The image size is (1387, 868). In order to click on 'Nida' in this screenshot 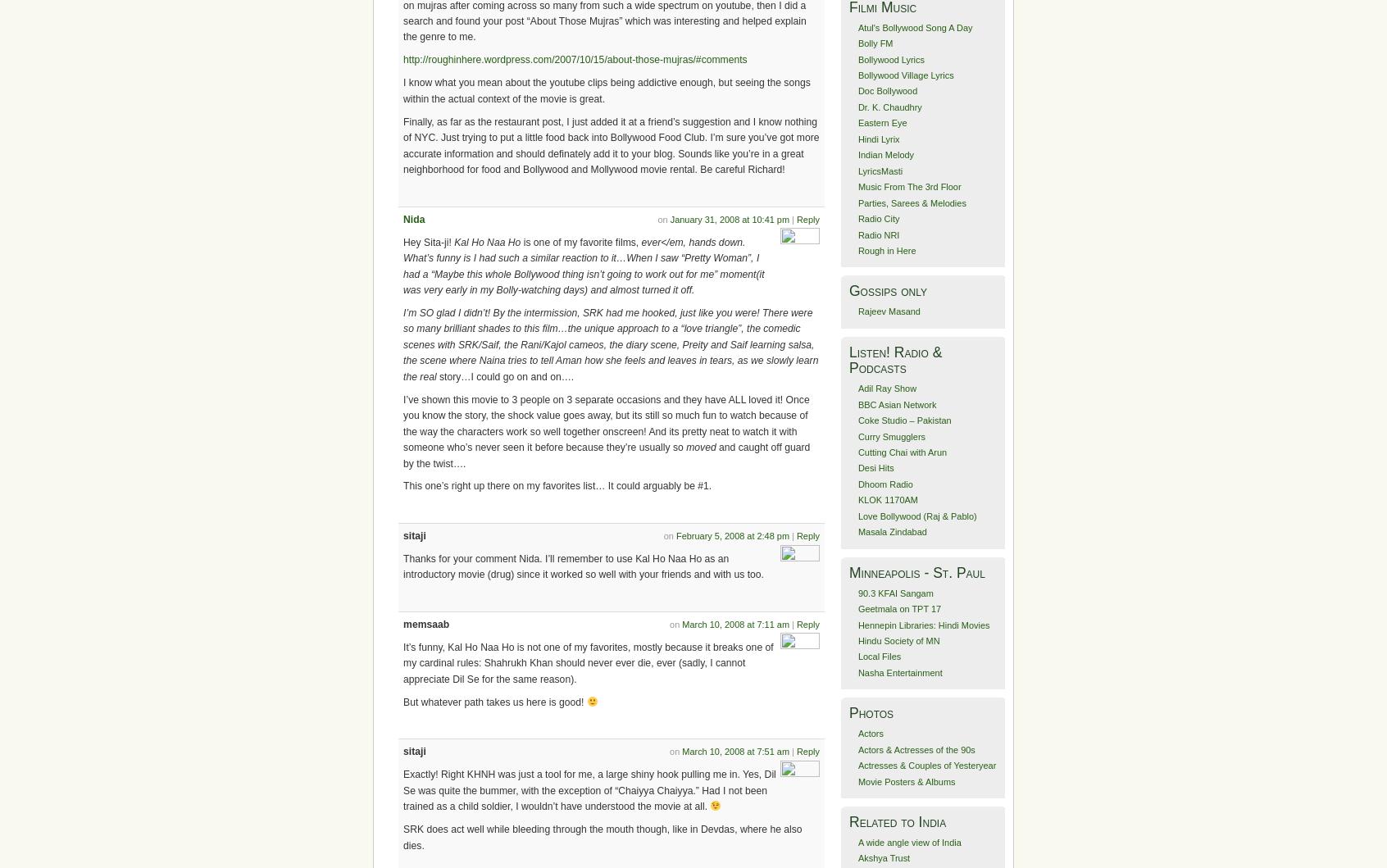, I will do `click(402, 218)`.